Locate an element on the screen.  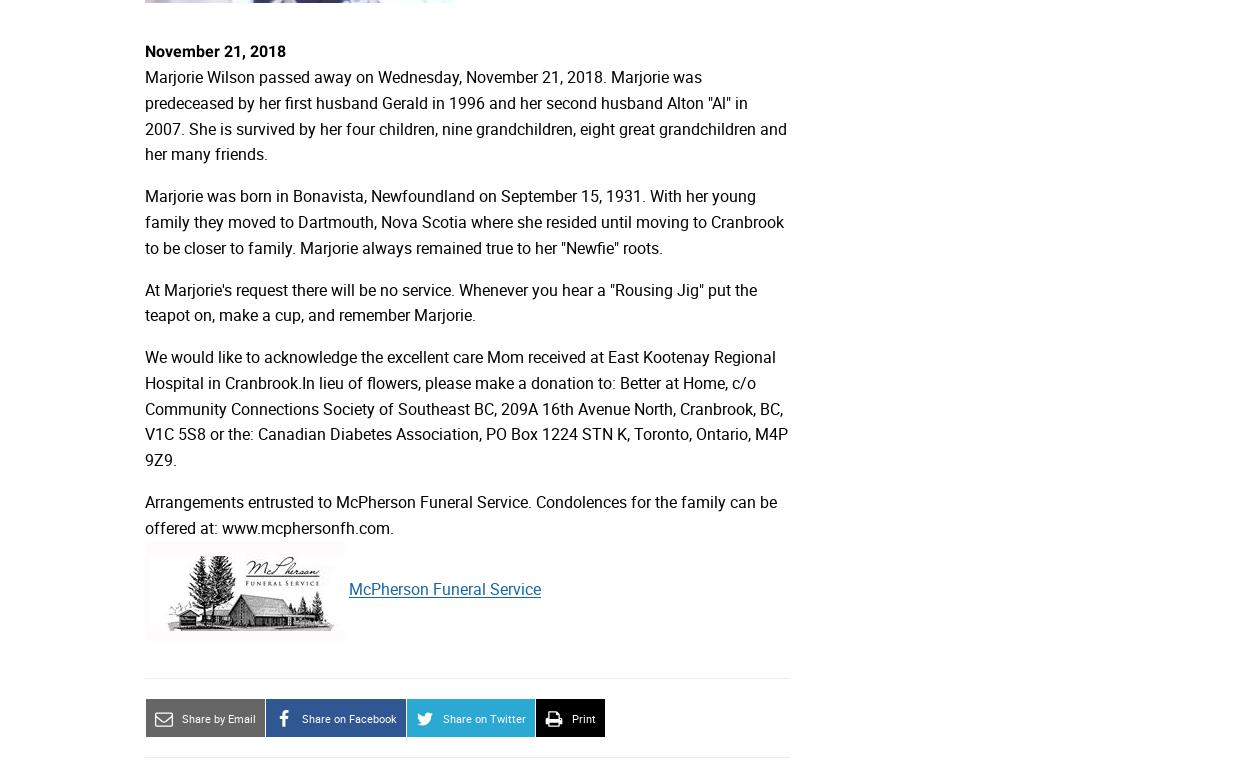
'Share on Twitter' is located at coordinates (483, 717).